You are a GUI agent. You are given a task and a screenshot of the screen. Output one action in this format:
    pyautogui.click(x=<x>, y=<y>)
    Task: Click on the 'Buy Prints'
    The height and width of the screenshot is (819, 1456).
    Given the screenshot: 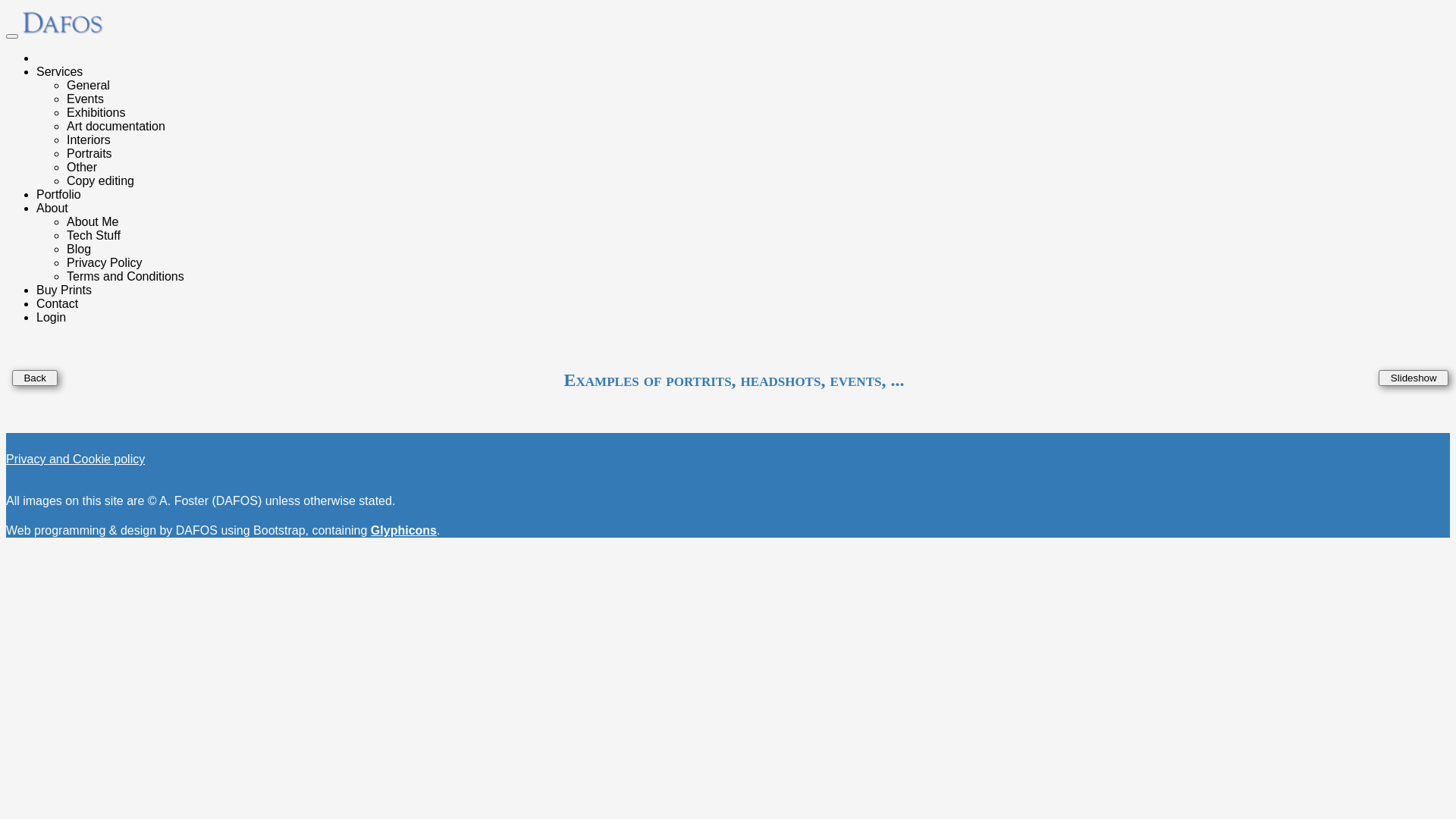 What is the action you would take?
    pyautogui.click(x=36, y=290)
    